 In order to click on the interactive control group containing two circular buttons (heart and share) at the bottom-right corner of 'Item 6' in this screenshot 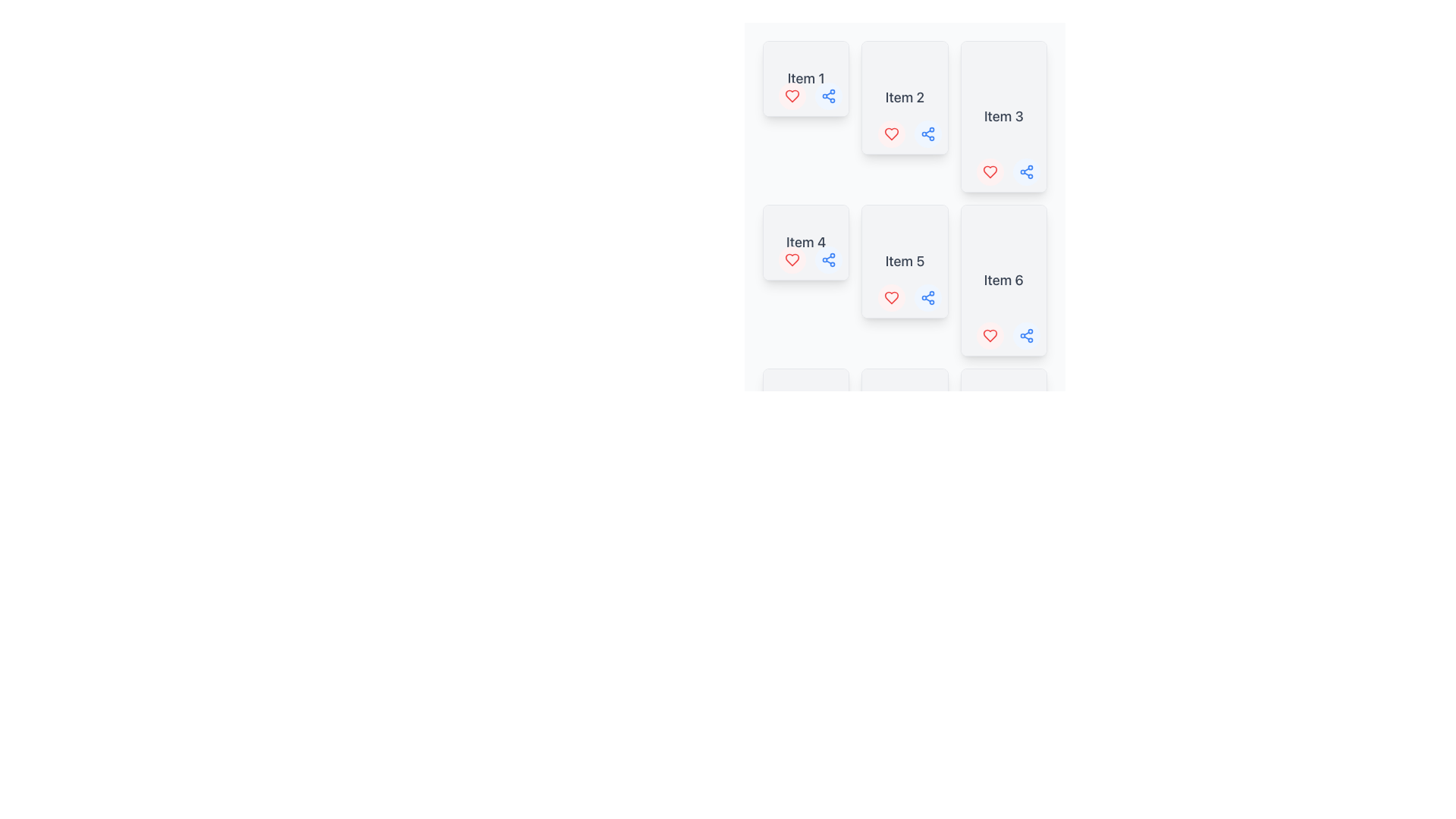, I will do `click(1008, 335)`.